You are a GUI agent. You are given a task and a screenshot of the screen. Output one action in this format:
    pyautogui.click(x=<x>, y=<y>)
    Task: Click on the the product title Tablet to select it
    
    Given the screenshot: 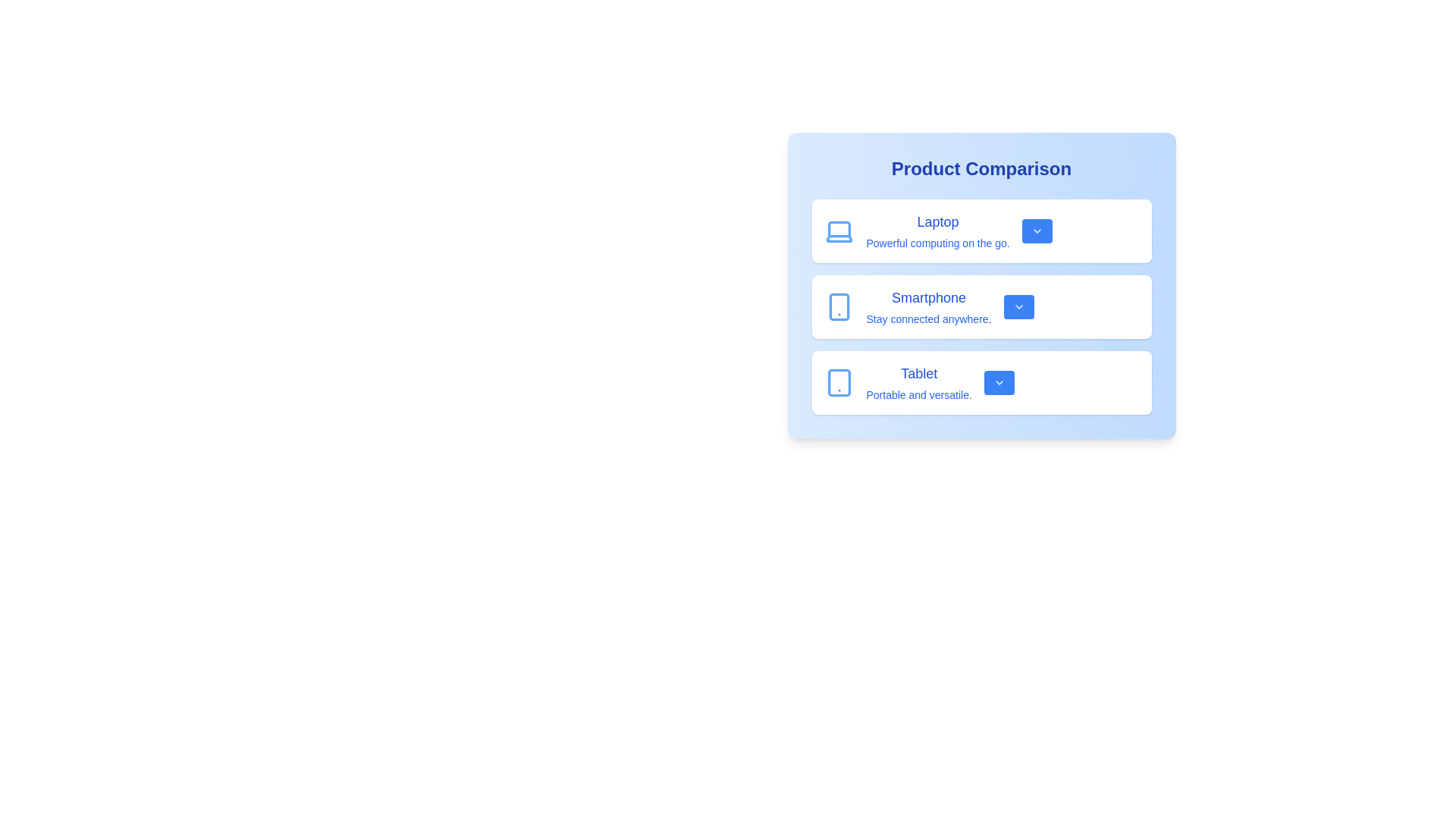 What is the action you would take?
    pyautogui.click(x=918, y=374)
    